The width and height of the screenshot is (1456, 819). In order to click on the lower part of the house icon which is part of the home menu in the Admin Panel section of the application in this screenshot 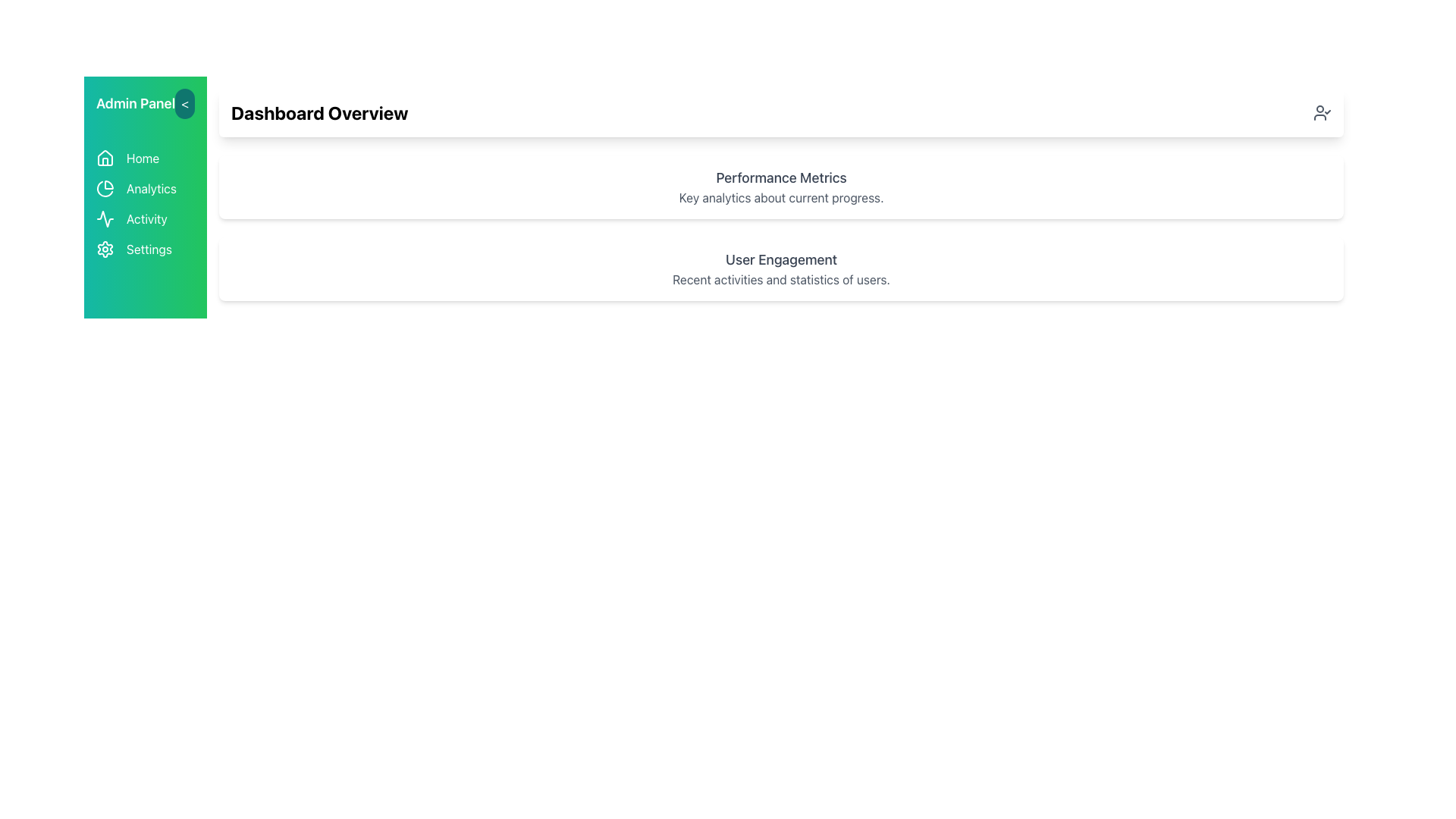, I will do `click(105, 162)`.